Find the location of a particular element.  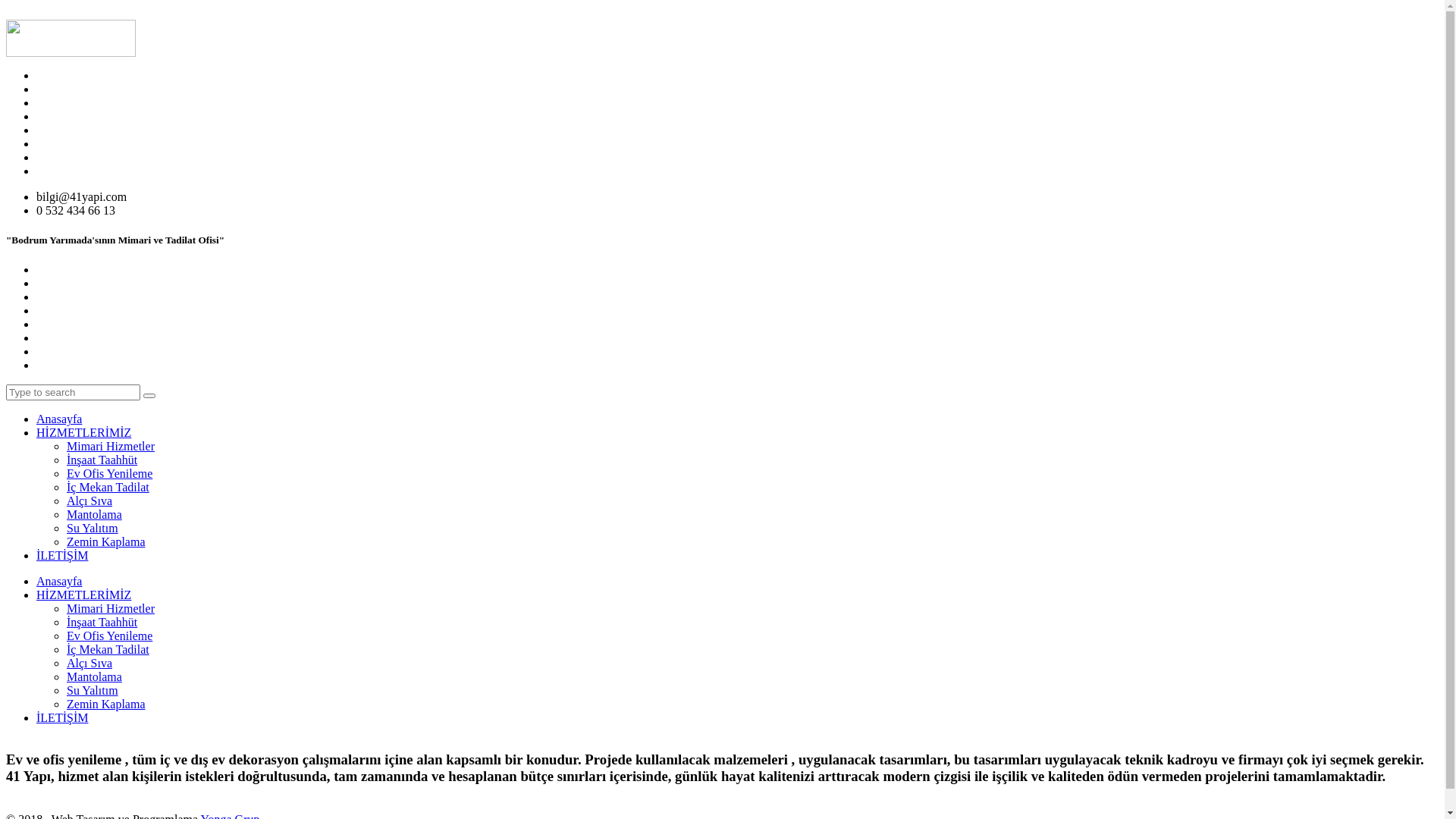

'Anasayfa' is located at coordinates (58, 419).